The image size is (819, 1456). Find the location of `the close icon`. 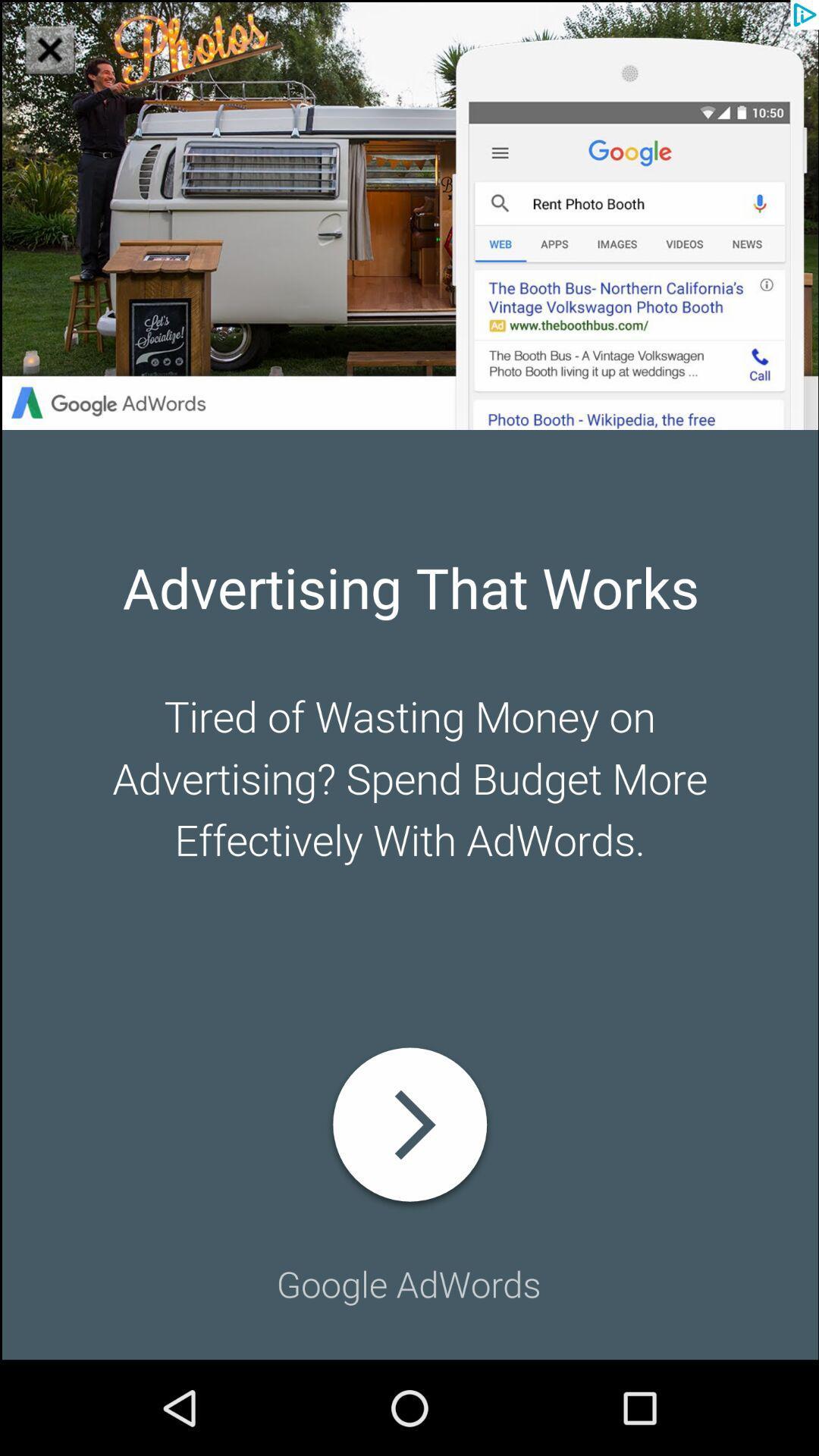

the close icon is located at coordinates (49, 53).